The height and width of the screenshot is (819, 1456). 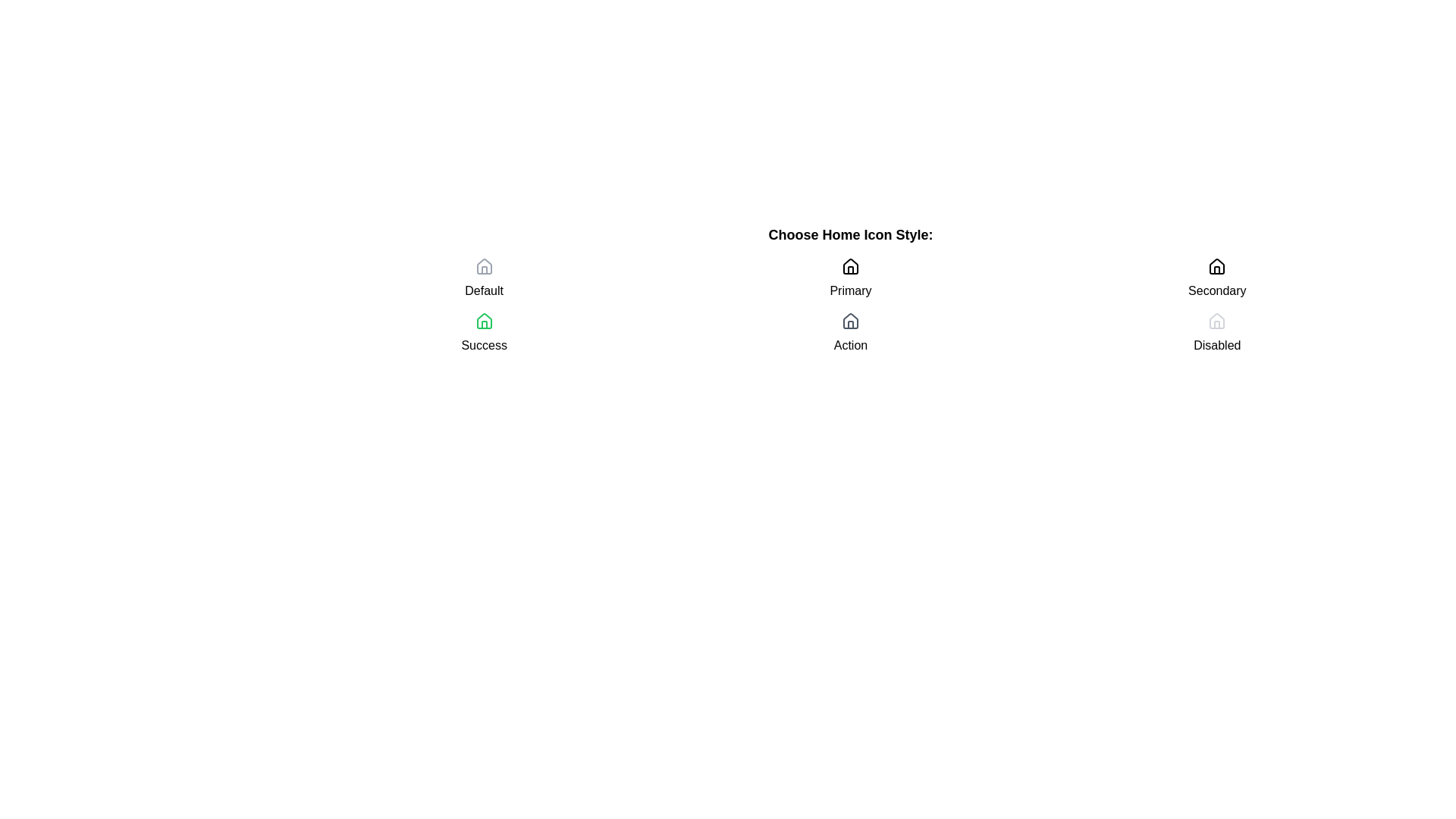 I want to click on the text element located on the right side of the layout, specifically under the home icon labeled 'Secondary', which serves as a label for the icon, so click(x=1217, y=291).